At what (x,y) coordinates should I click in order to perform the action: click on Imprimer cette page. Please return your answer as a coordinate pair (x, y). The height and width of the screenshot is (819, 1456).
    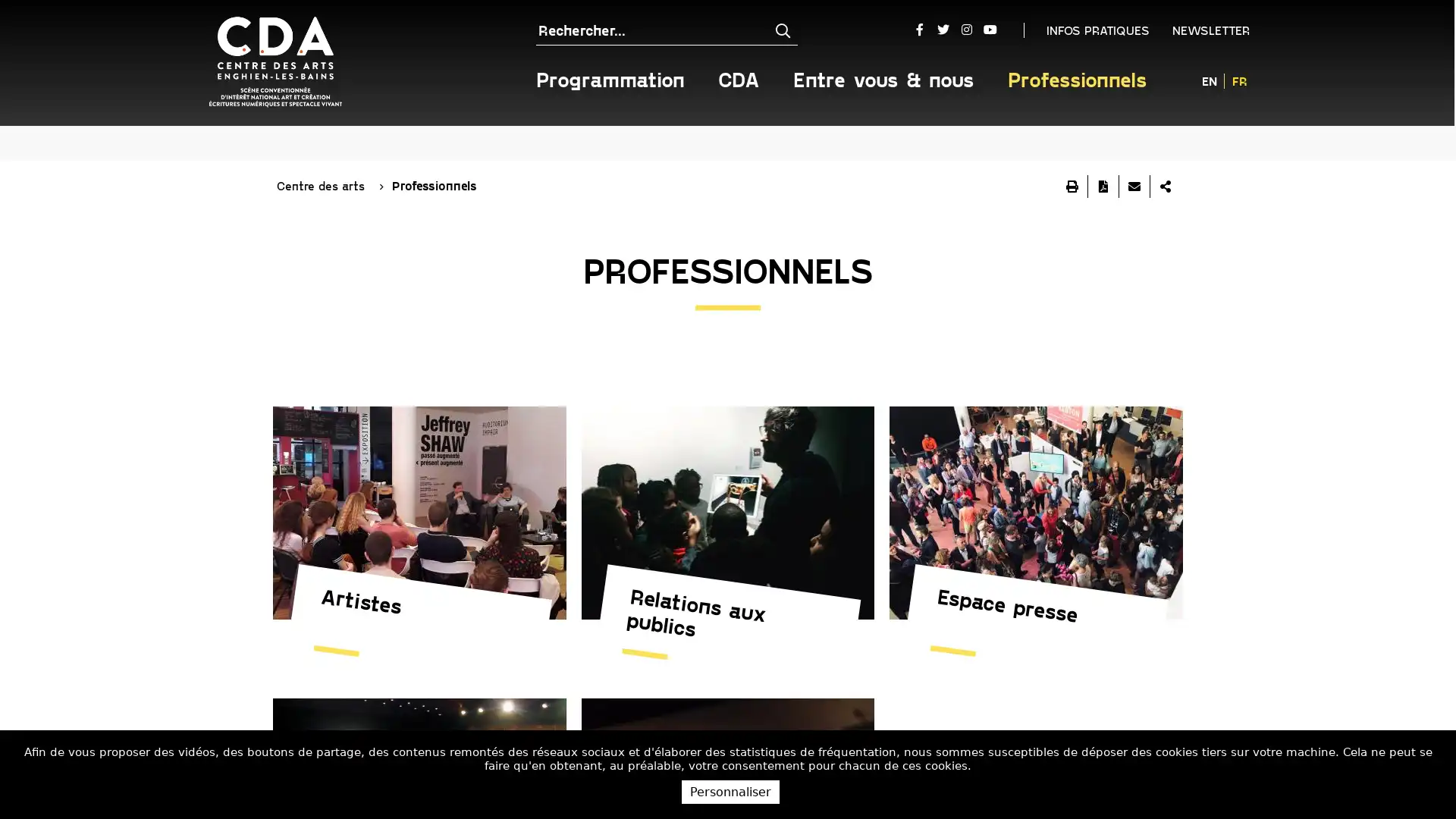
    Looking at the image, I should click on (1072, 149).